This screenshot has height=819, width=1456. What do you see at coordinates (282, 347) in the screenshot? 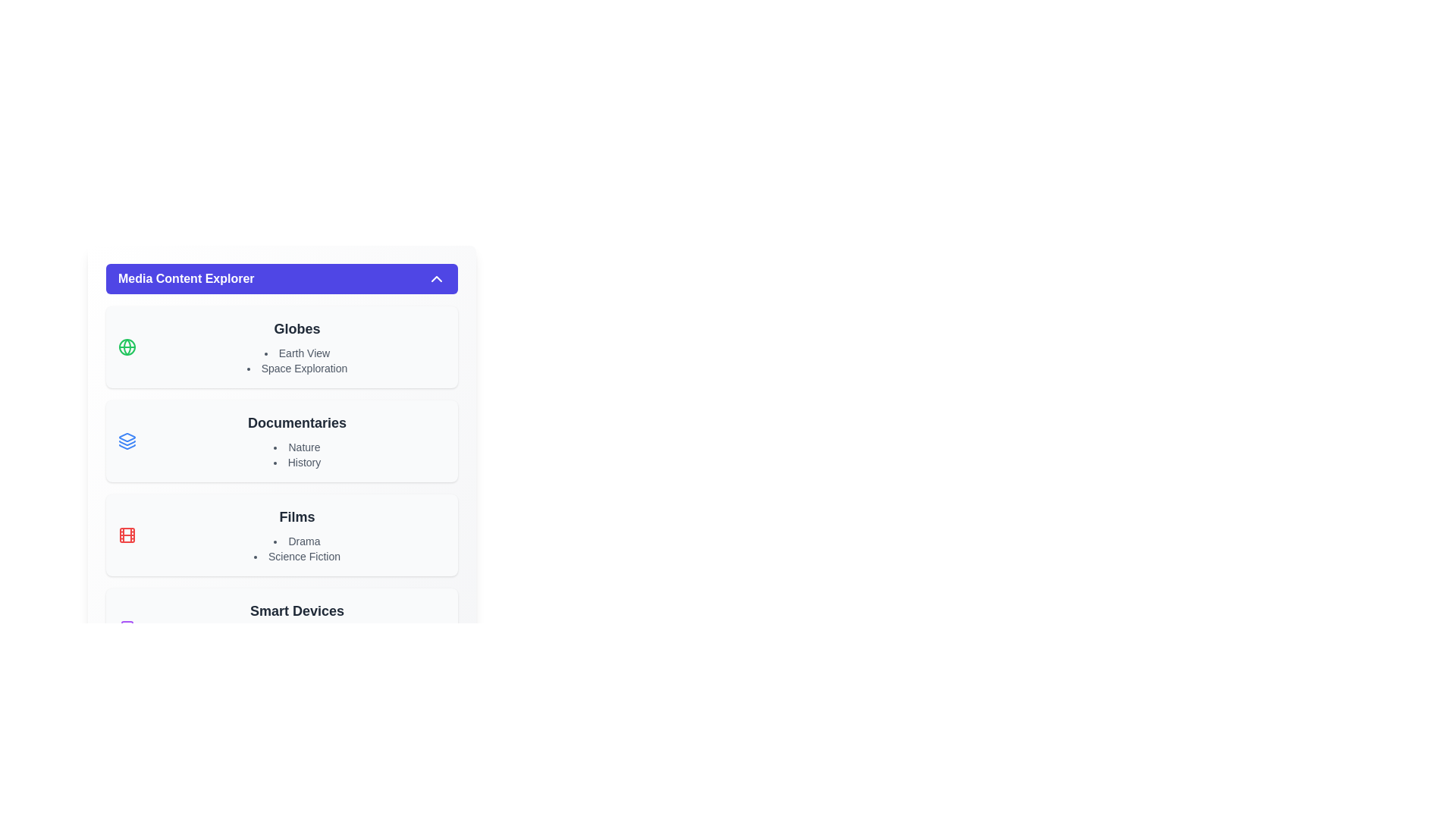
I see `to select the 'Globes' category in the Media Content Explorer section, which is the topmost highlighted category aligned with other sections like 'Documentaries' and 'Films.'` at bounding box center [282, 347].